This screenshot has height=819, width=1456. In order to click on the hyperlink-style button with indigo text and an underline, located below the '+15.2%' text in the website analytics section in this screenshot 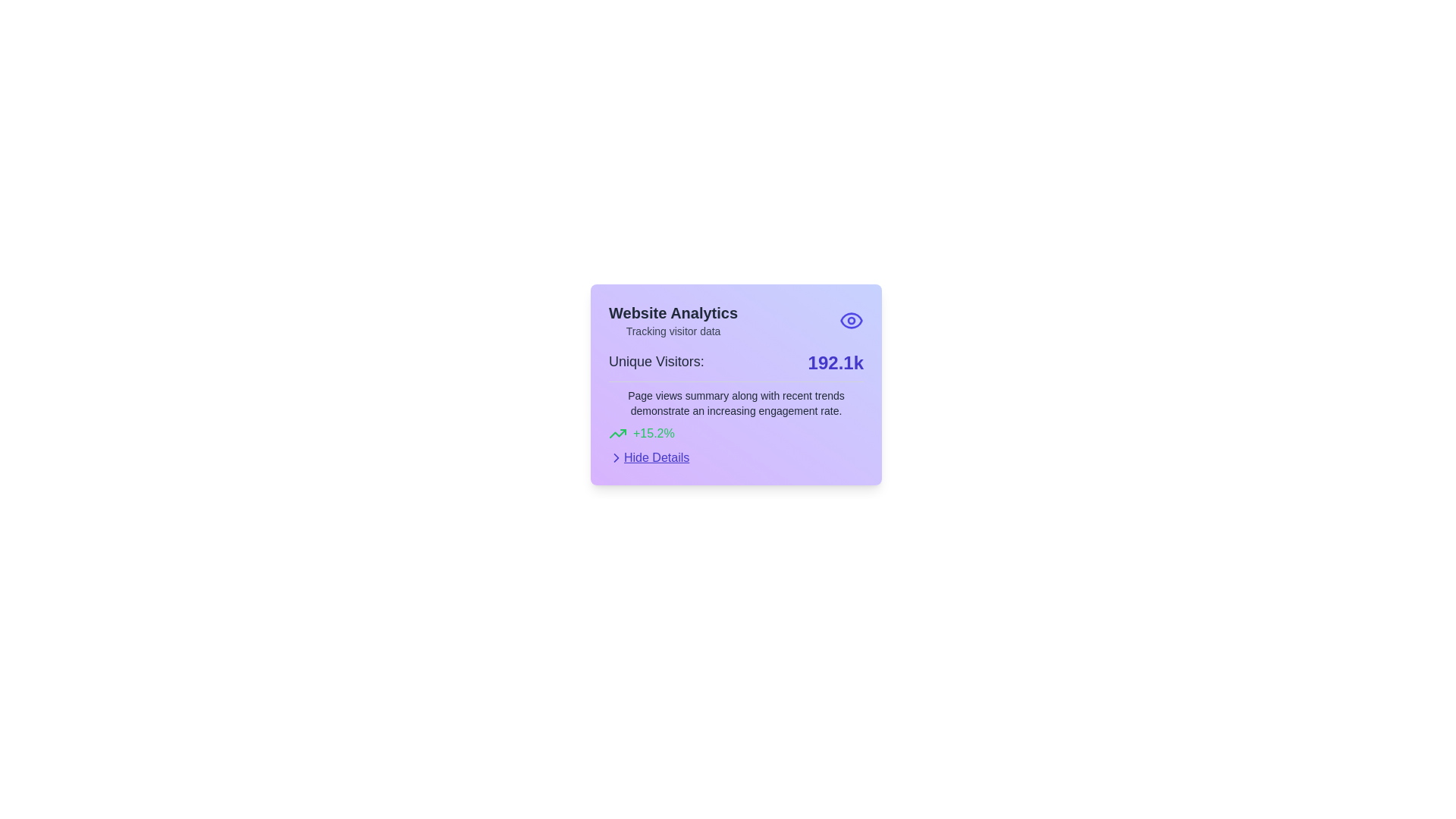, I will do `click(648, 457)`.